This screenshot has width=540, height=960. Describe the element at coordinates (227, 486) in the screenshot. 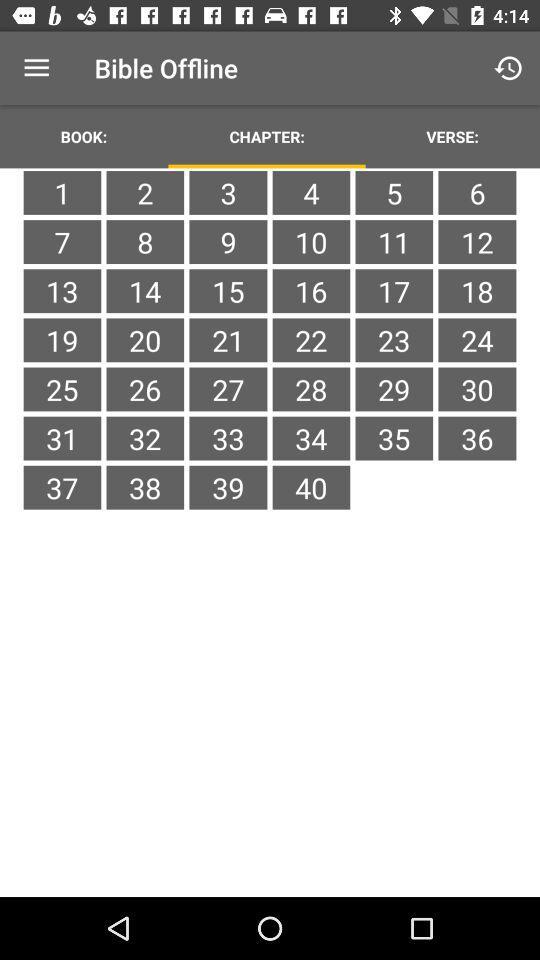

I see `icon to the right of the 32 icon` at that location.